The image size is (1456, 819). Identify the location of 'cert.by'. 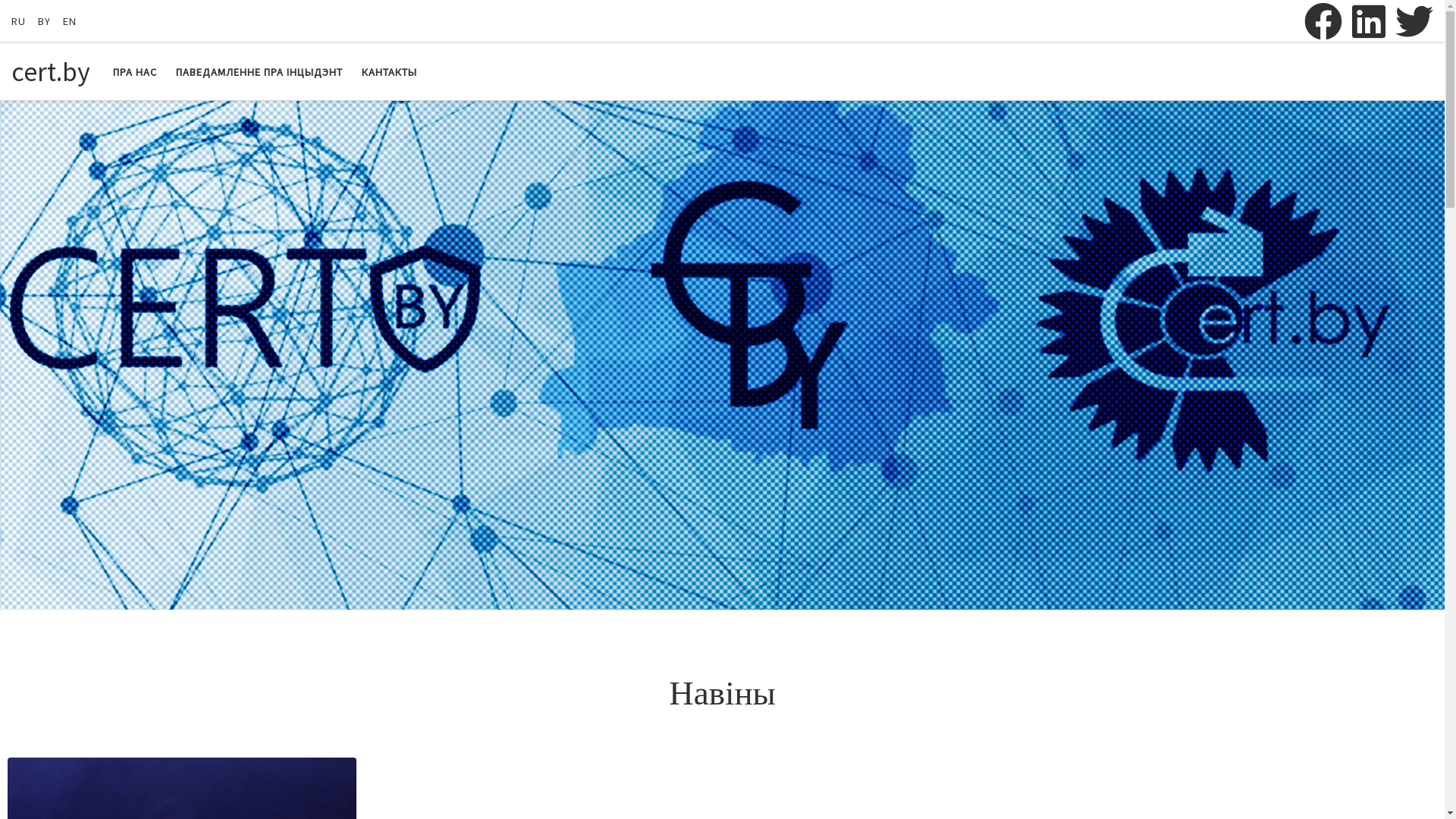
(51, 72).